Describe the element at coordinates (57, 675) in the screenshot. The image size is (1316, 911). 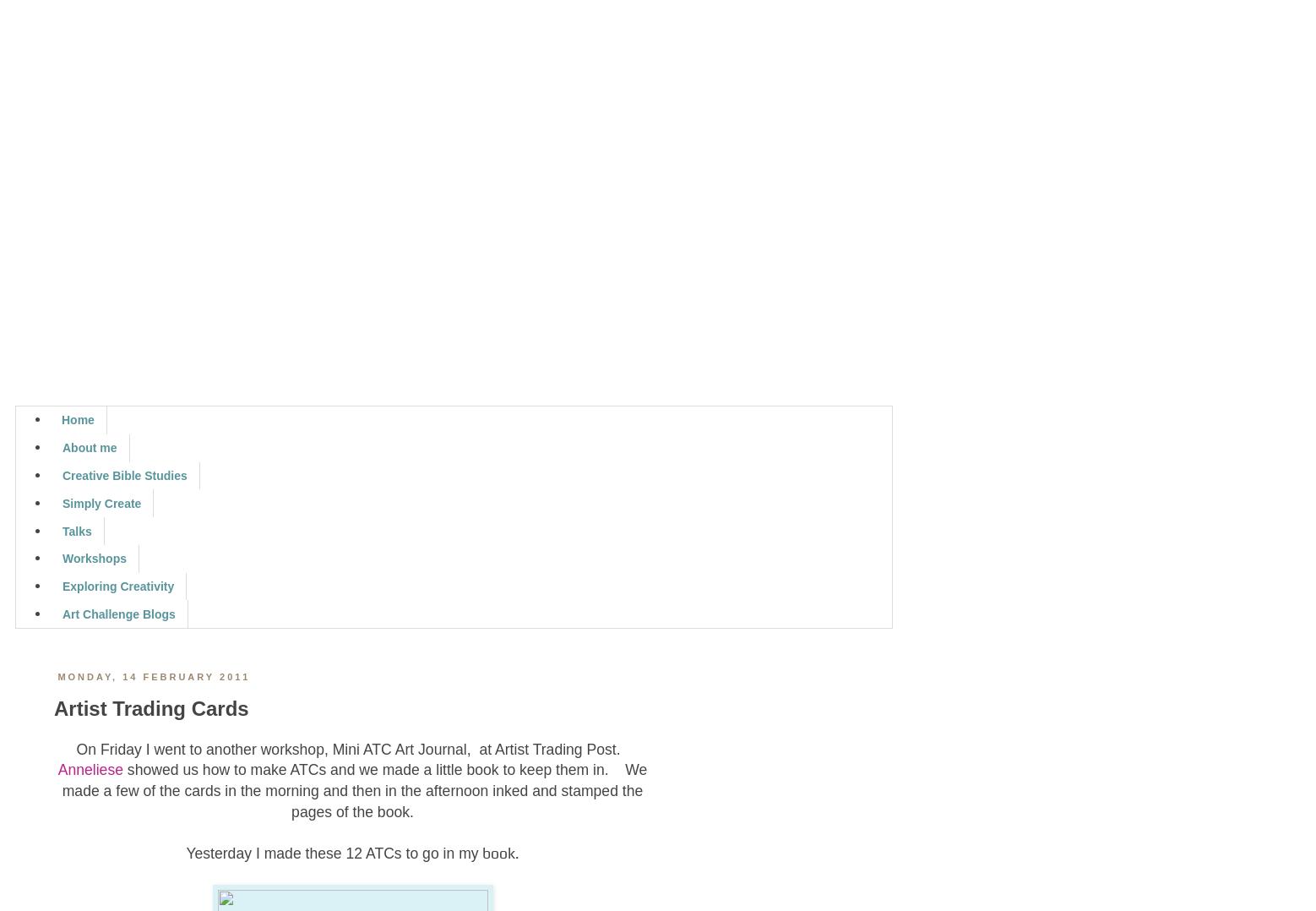
I see `'Monday, 14 February 2011'` at that location.